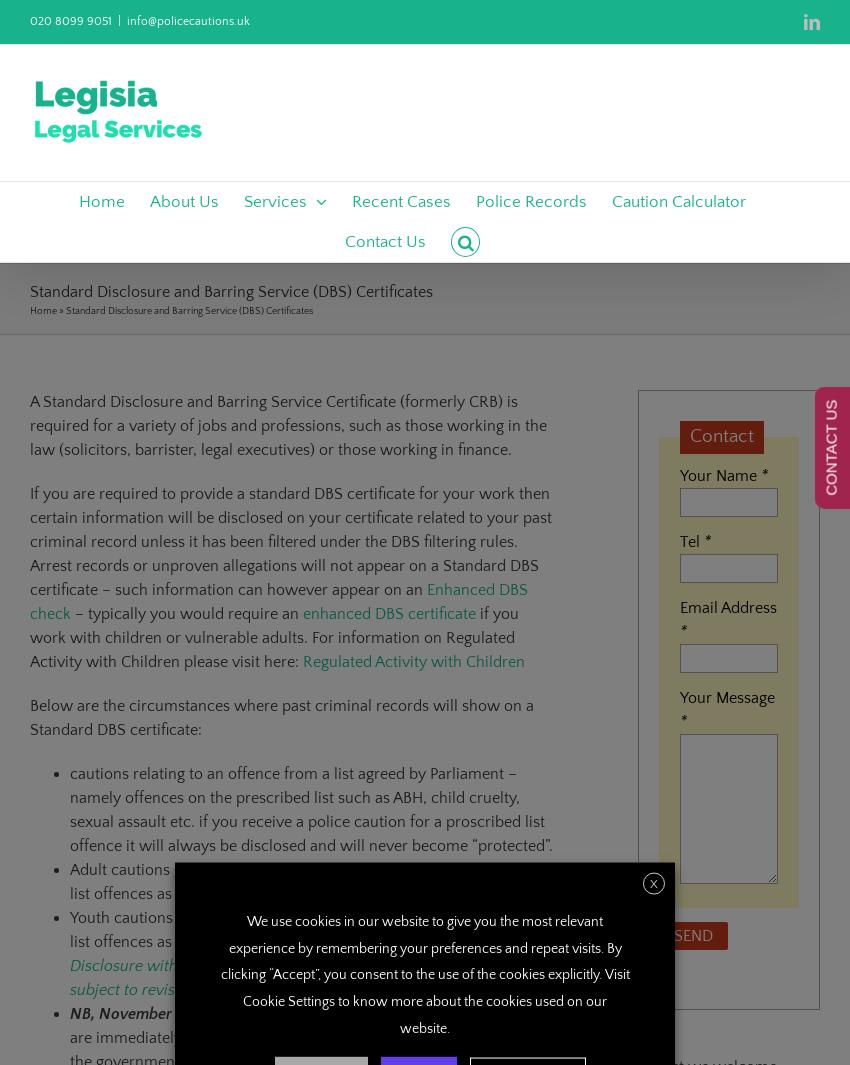  I want to click on 'Adult cautions given less than 6 years ago (unless they are proscribed list offences as above and will always be disclosed)', so click(70, 882).